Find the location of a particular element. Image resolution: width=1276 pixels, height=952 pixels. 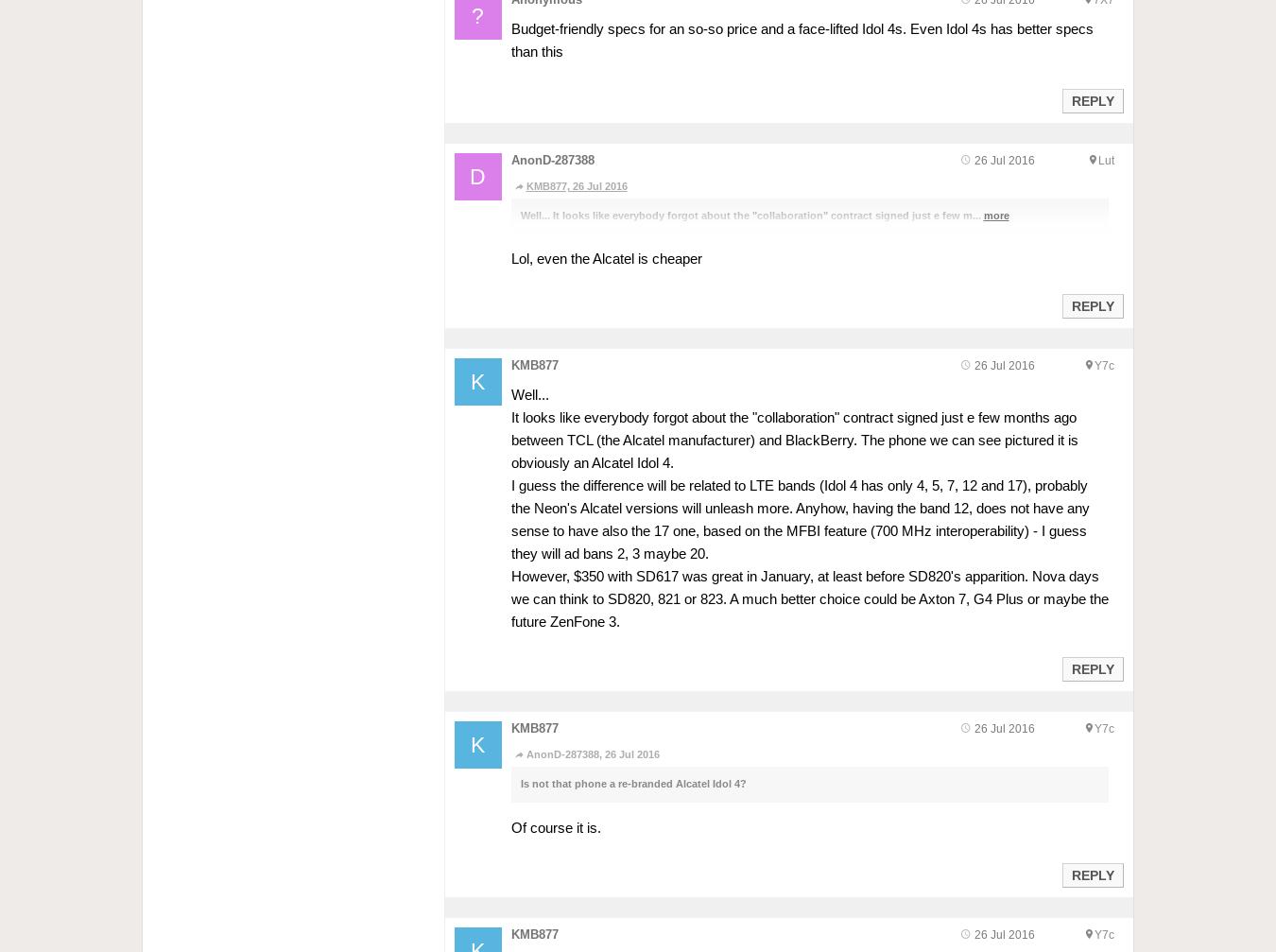

'more' is located at coordinates (995, 214).